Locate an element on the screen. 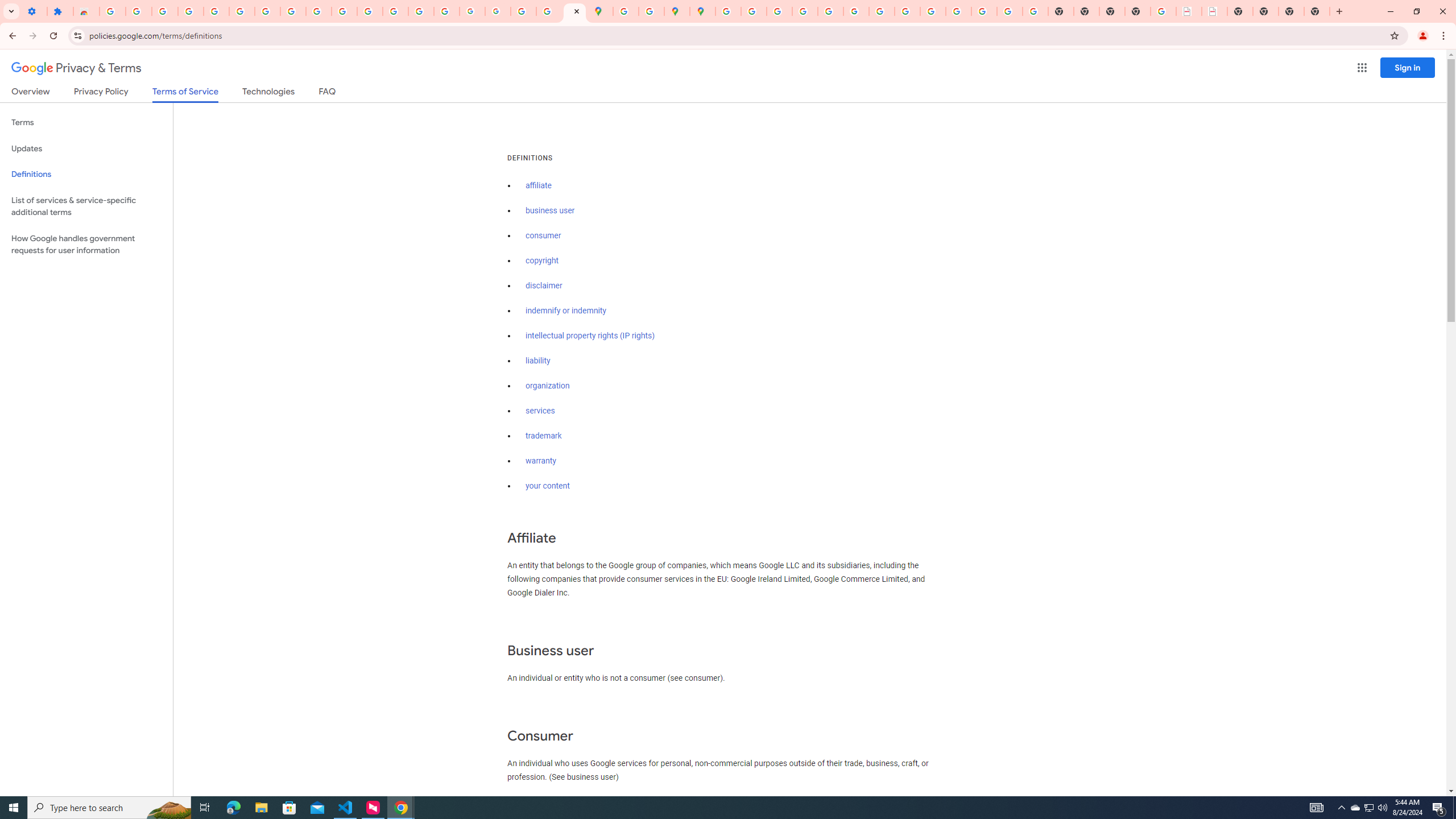 This screenshot has height=819, width=1456. 'New Tab' is located at coordinates (1317, 11).